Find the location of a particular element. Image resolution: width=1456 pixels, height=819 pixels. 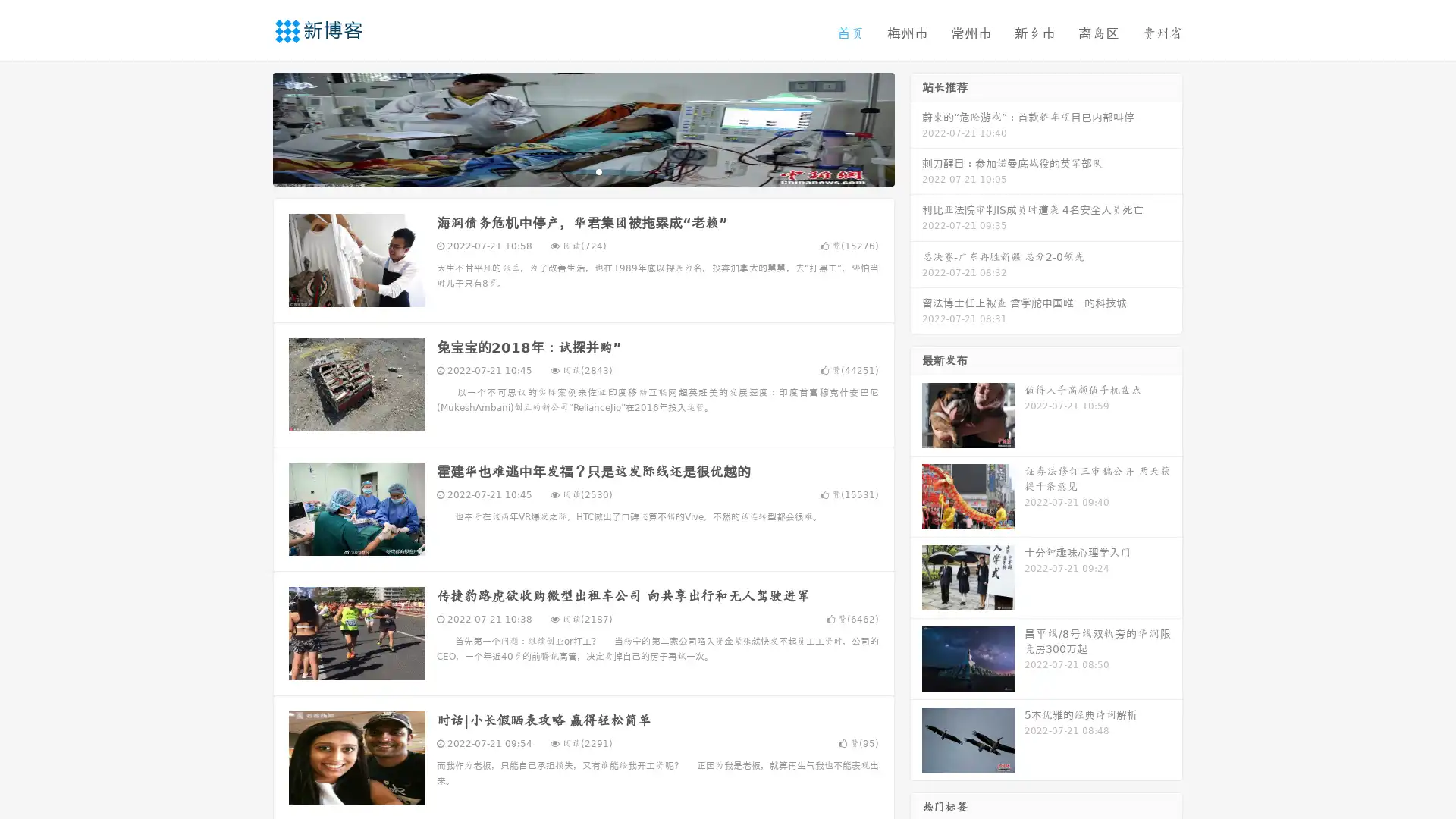

Go to slide 3 is located at coordinates (598, 171).